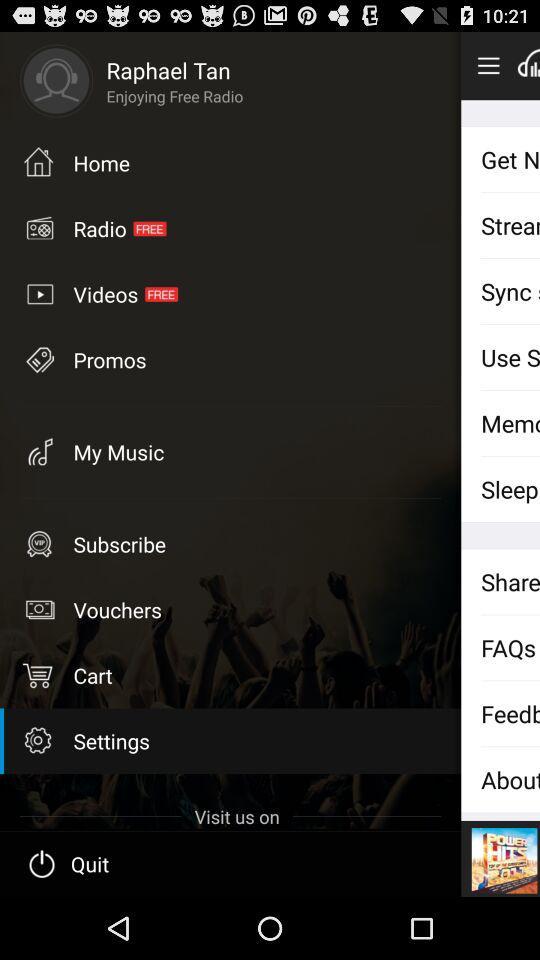 The width and height of the screenshot is (540, 960). Describe the element at coordinates (528, 65) in the screenshot. I see `music` at that location.